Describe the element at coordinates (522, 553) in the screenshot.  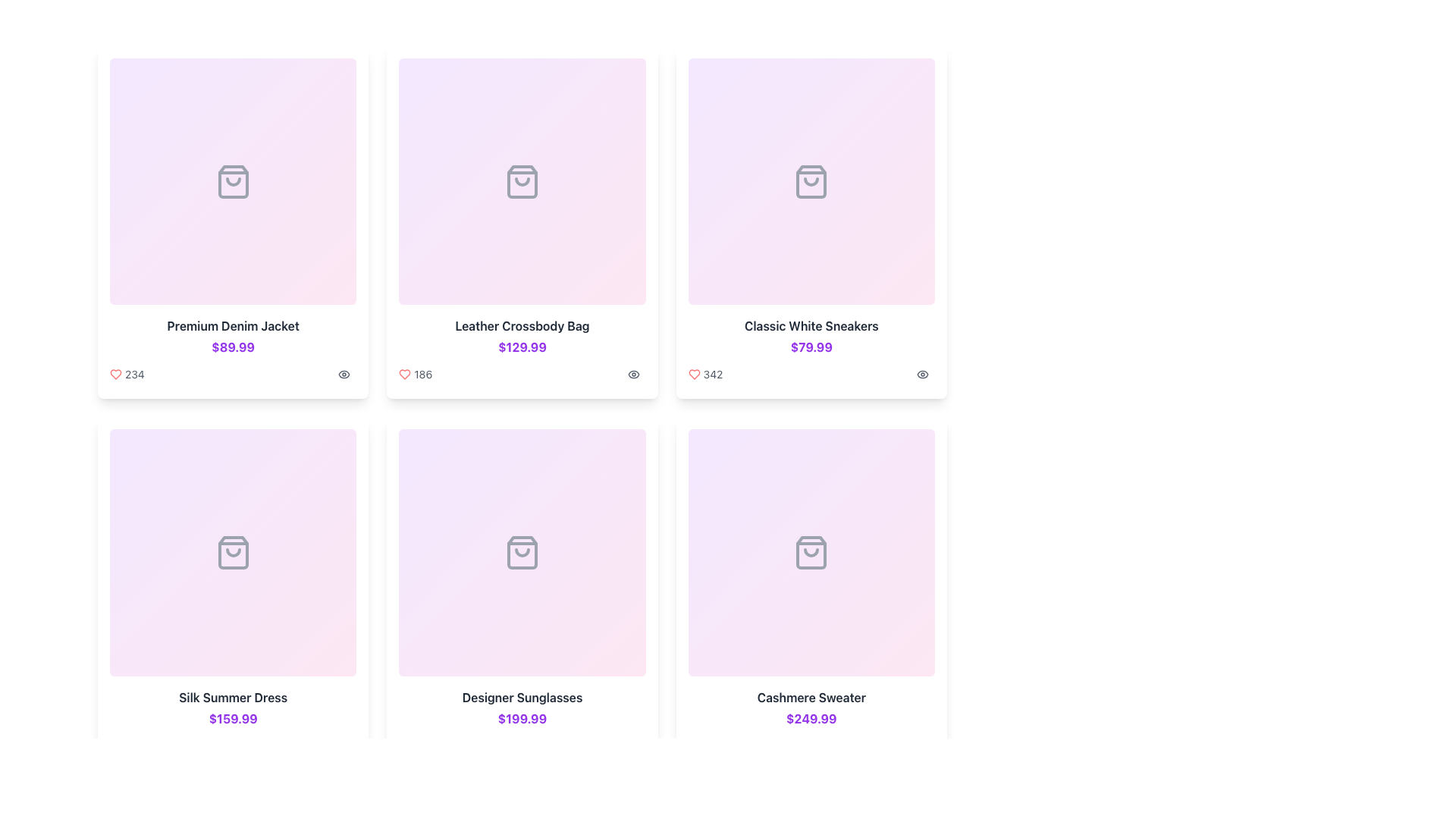
I see `the curved line at the top-center of the shopping bag icon, which is part of the SVG graphic located above the 'Leather Crossbody Bag' text block` at that location.